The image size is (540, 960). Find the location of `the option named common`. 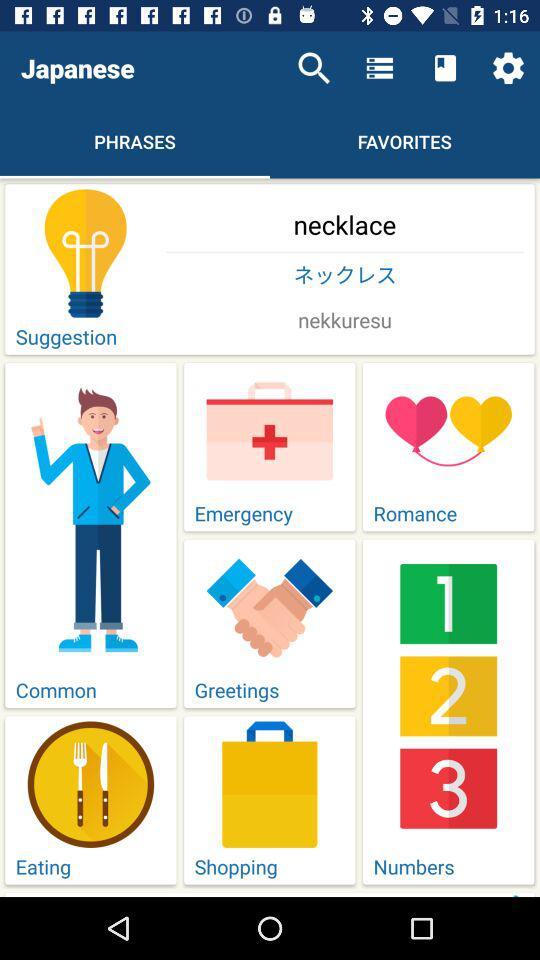

the option named common is located at coordinates (89, 534).